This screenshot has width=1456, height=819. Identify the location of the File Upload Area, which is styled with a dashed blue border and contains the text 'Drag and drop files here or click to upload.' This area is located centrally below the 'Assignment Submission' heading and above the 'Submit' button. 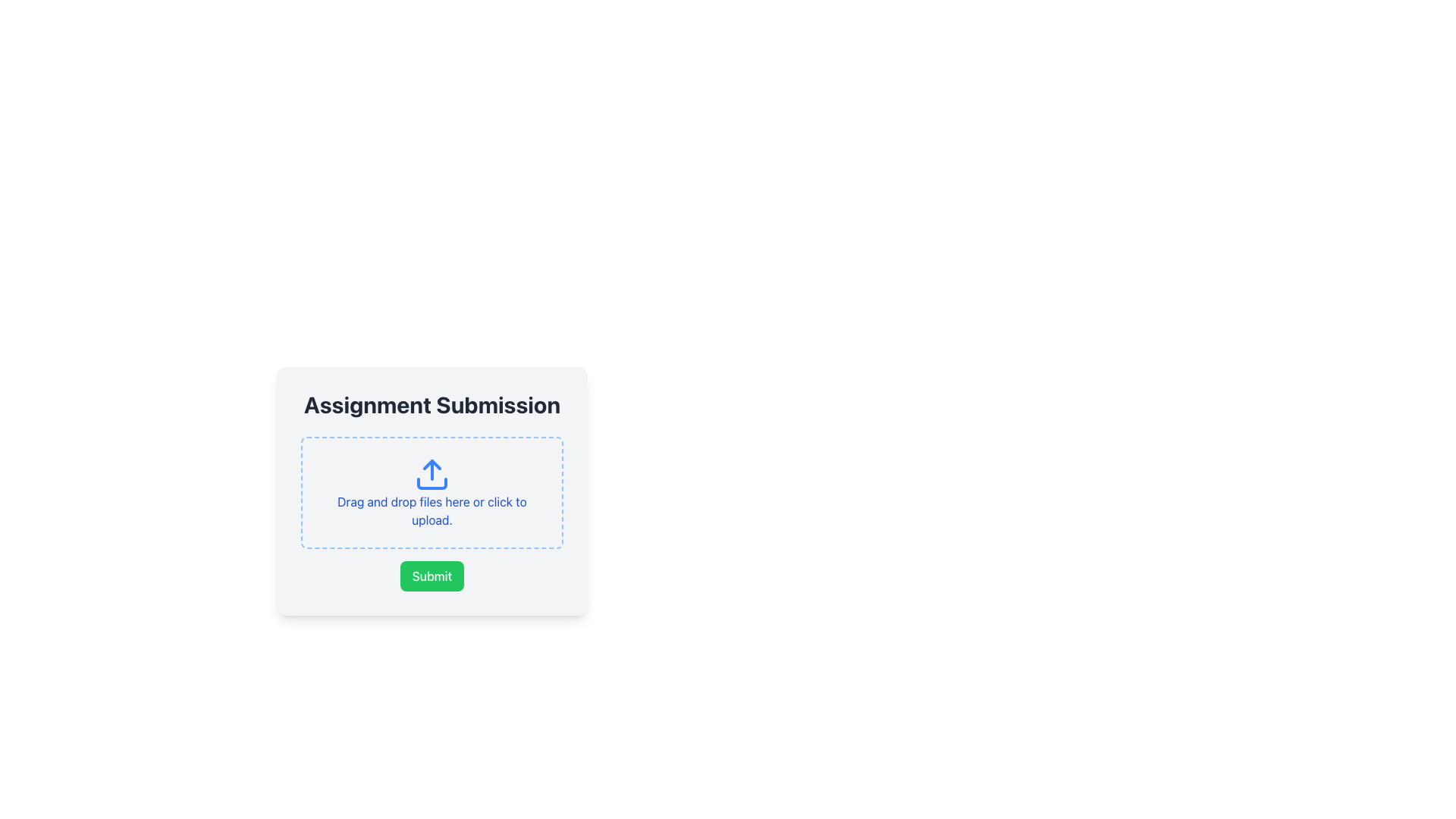
(431, 493).